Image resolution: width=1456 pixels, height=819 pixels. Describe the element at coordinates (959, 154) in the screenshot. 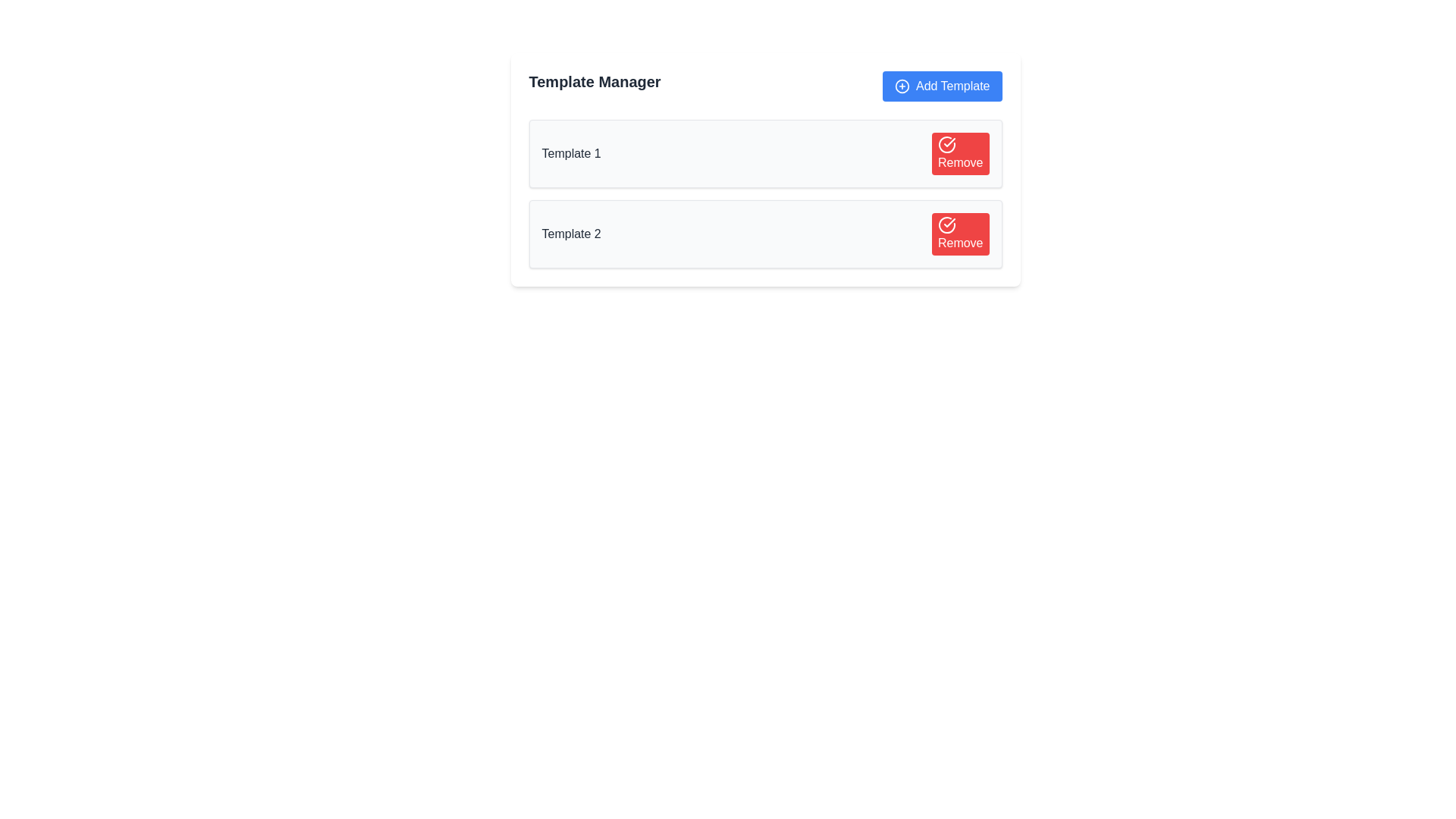

I see `the 'Remove' button located to the right of the label 'Template 1' to observe a visual change` at that location.